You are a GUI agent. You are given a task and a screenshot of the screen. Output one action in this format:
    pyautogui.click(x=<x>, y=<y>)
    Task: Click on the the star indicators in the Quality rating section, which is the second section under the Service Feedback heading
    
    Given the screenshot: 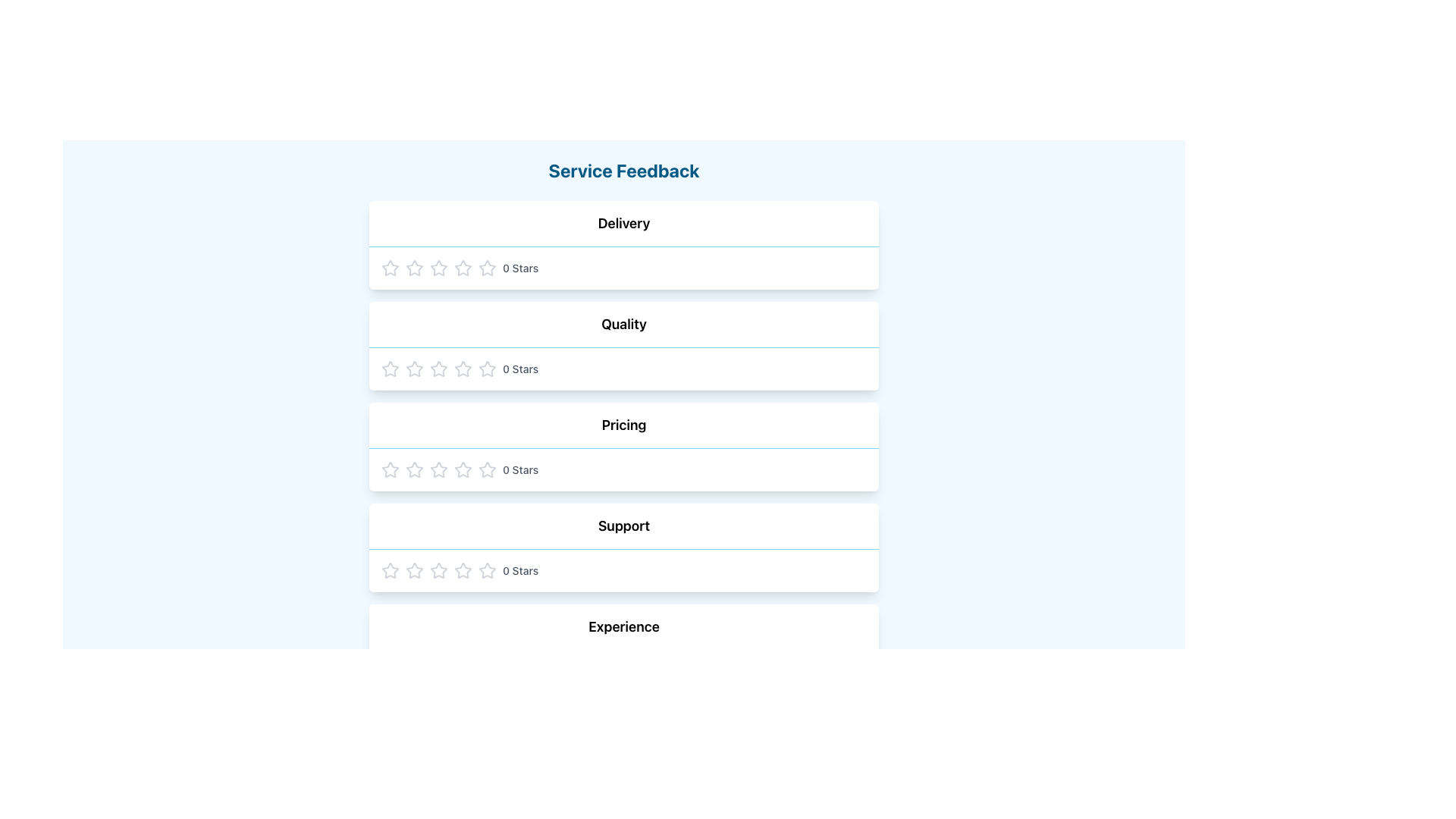 What is the action you would take?
    pyautogui.click(x=623, y=346)
    